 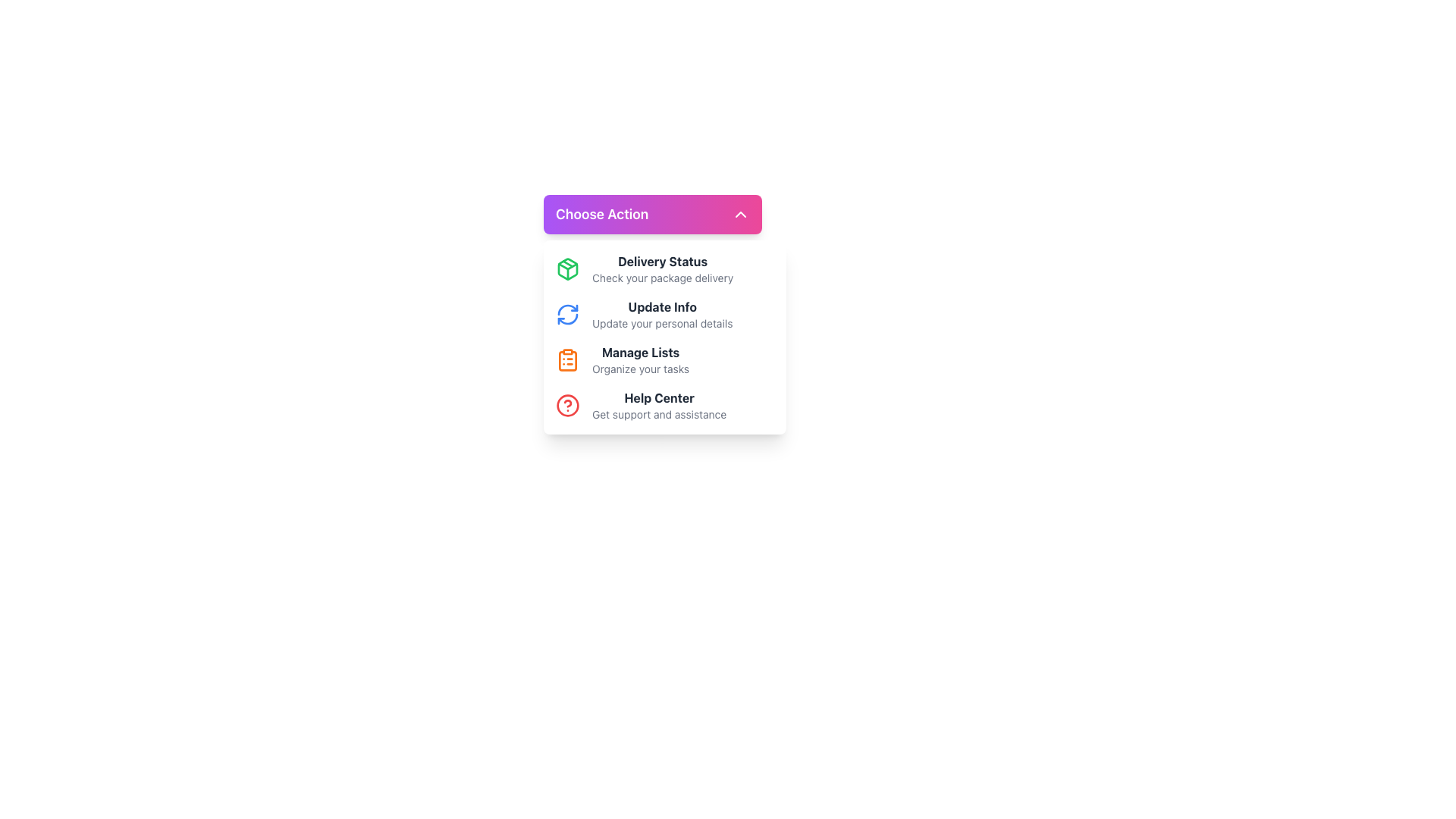 What do you see at coordinates (566, 360) in the screenshot?
I see `the clipboard icon in the third row of the menu options to the left of the 'Manage Lists' text` at bounding box center [566, 360].